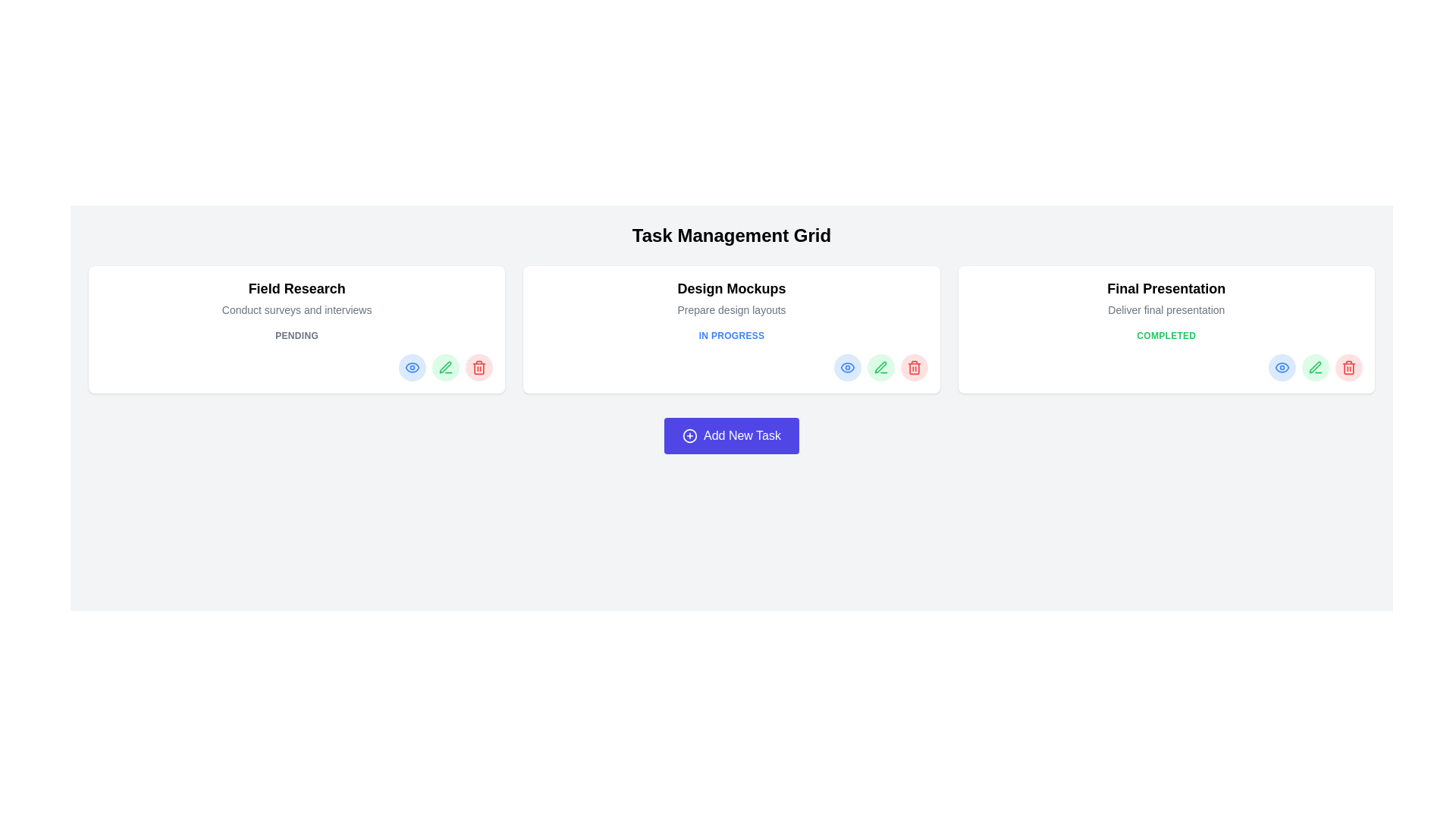 The width and height of the screenshot is (1456, 819). What do you see at coordinates (445, 368) in the screenshot?
I see `the pen icon with a green stroke located at the center-bottom of the 'Field Research' task card` at bounding box center [445, 368].